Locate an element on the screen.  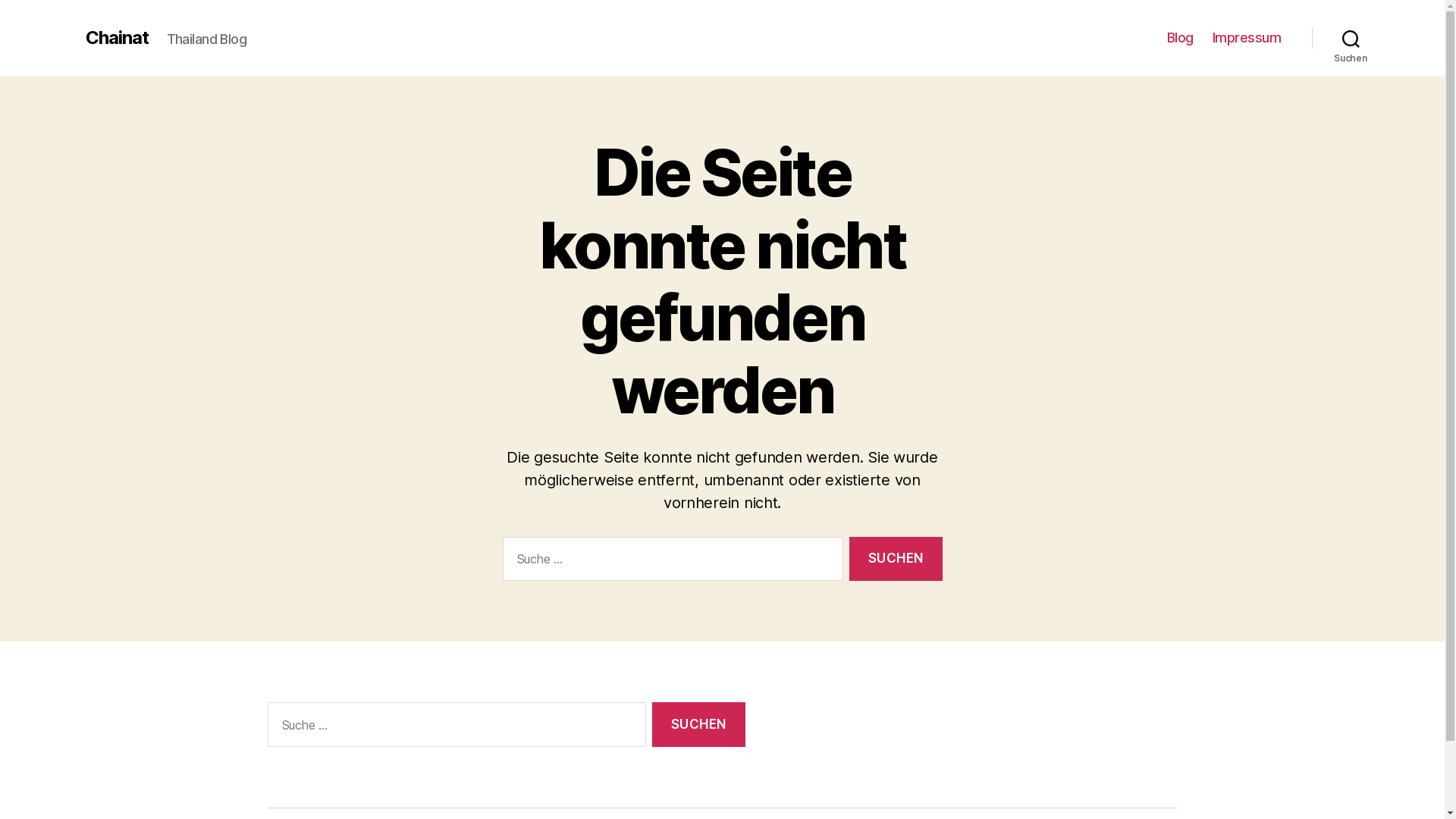
'Blog' is located at coordinates (1179, 37).